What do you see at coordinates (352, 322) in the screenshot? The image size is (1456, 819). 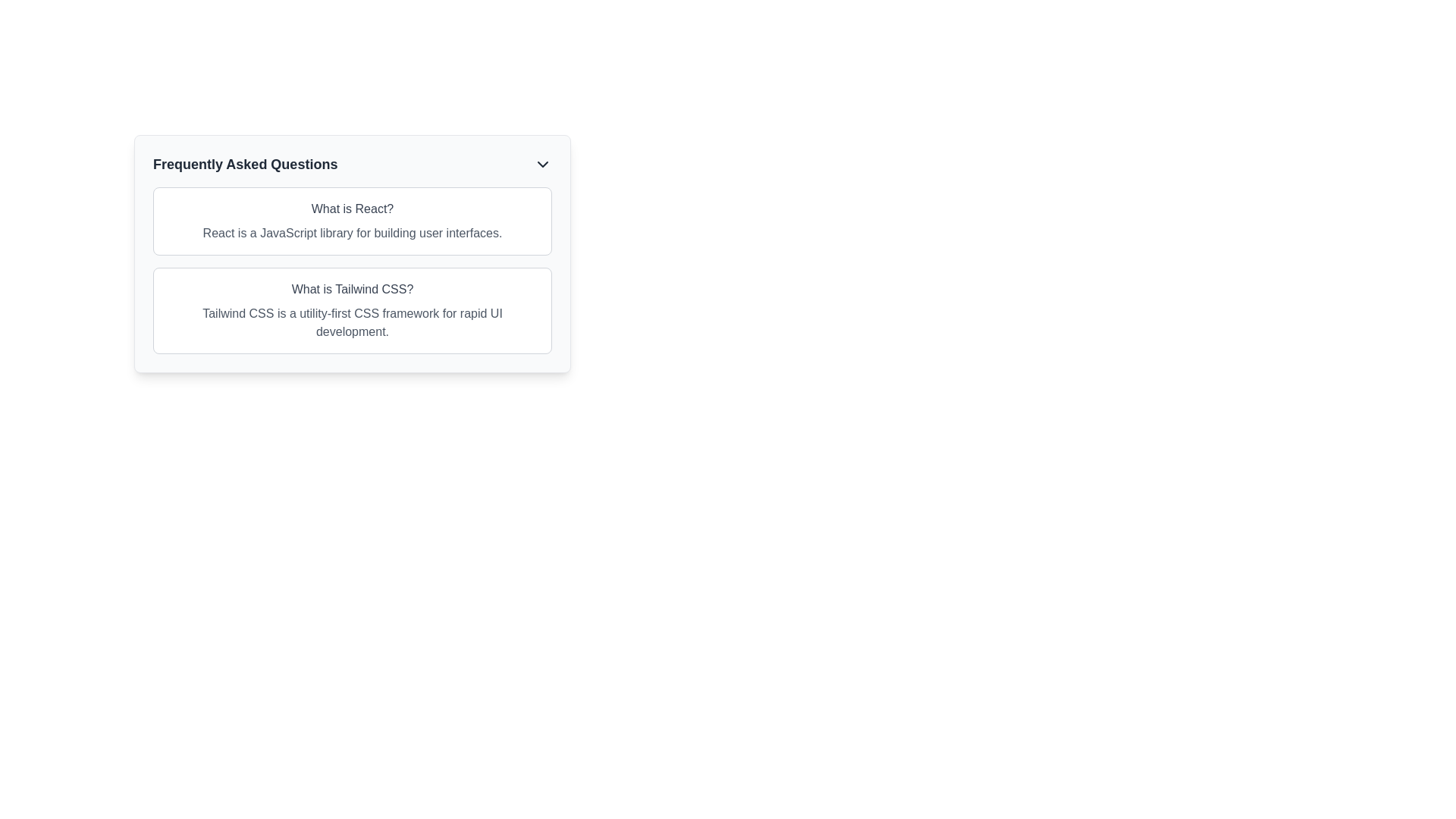 I see `the text element that reads 'Tailwind CSS is a utility-first CSS framework for rapid UI development.', which is located below the question 'What is Tailwind CSS?' in the FAQ interface` at bounding box center [352, 322].